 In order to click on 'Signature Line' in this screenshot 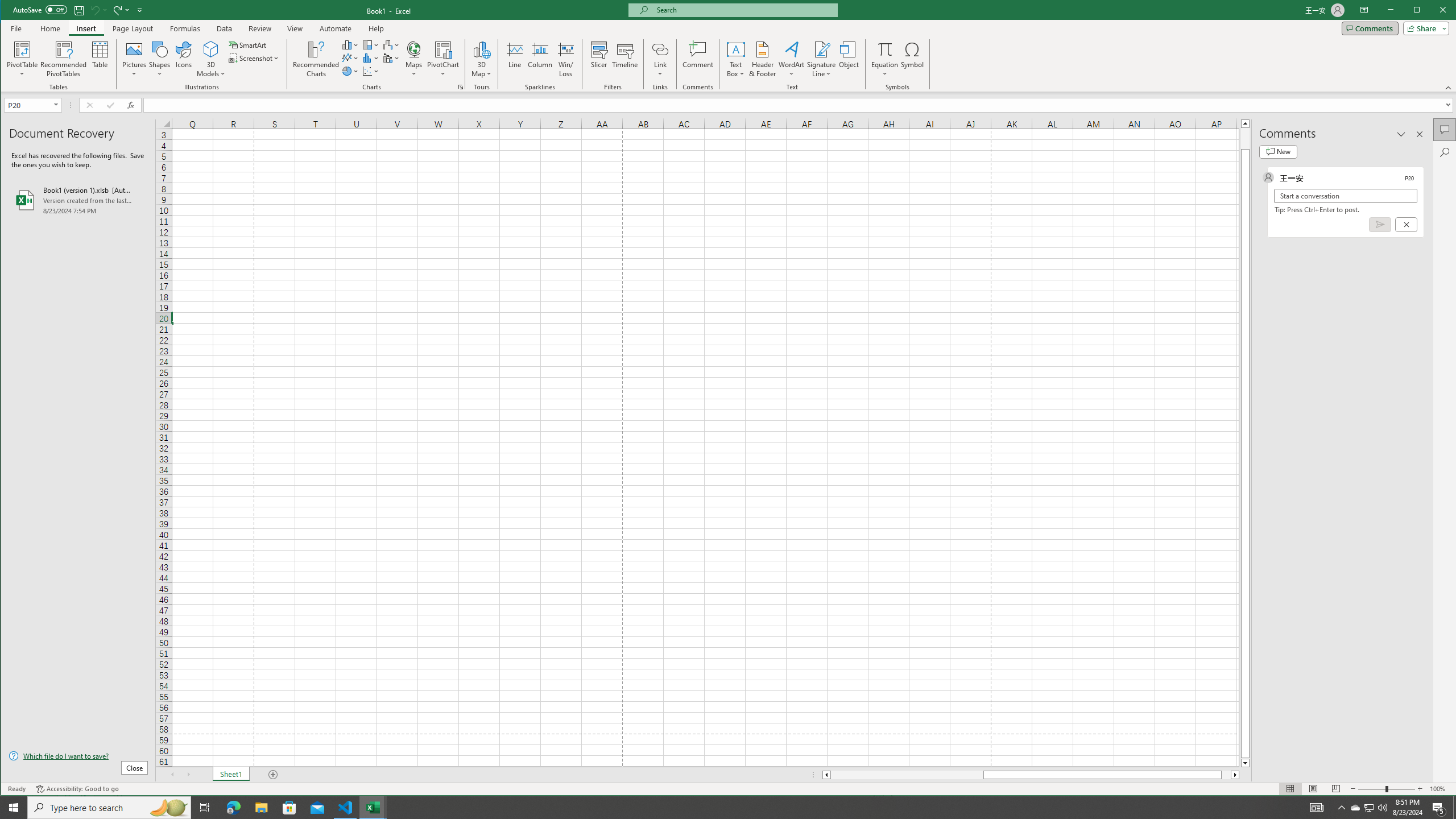, I will do `click(821, 59)`.